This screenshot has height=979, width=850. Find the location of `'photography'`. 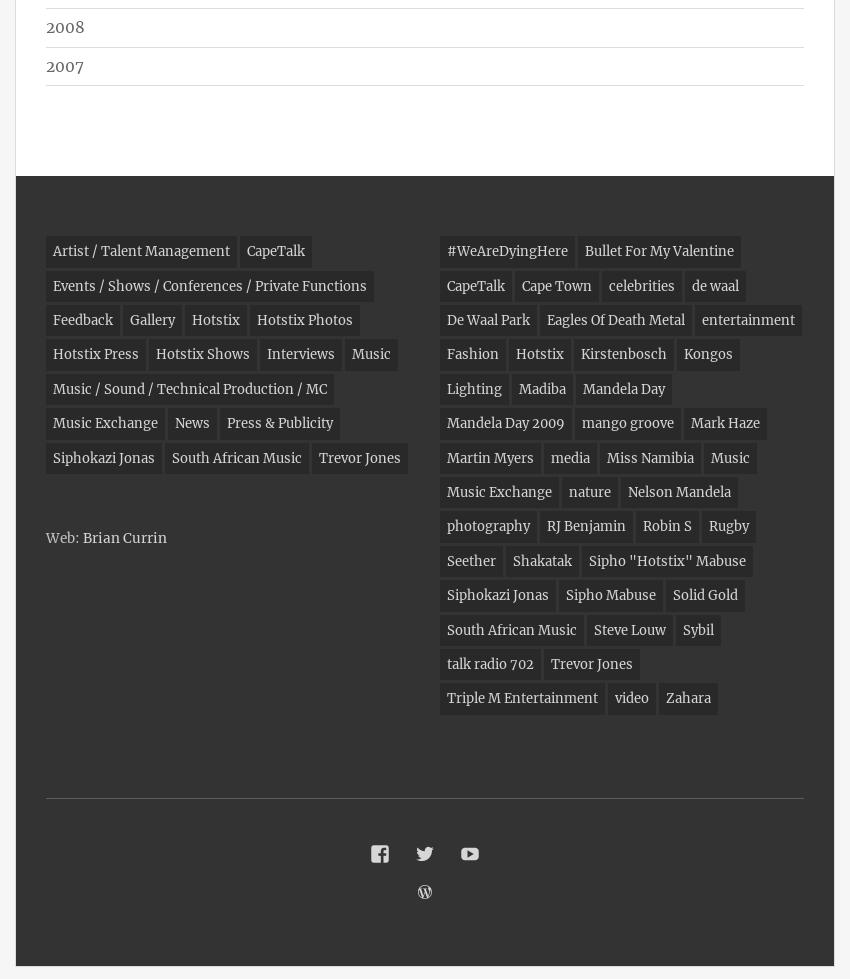

'photography' is located at coordinates (488, 525).